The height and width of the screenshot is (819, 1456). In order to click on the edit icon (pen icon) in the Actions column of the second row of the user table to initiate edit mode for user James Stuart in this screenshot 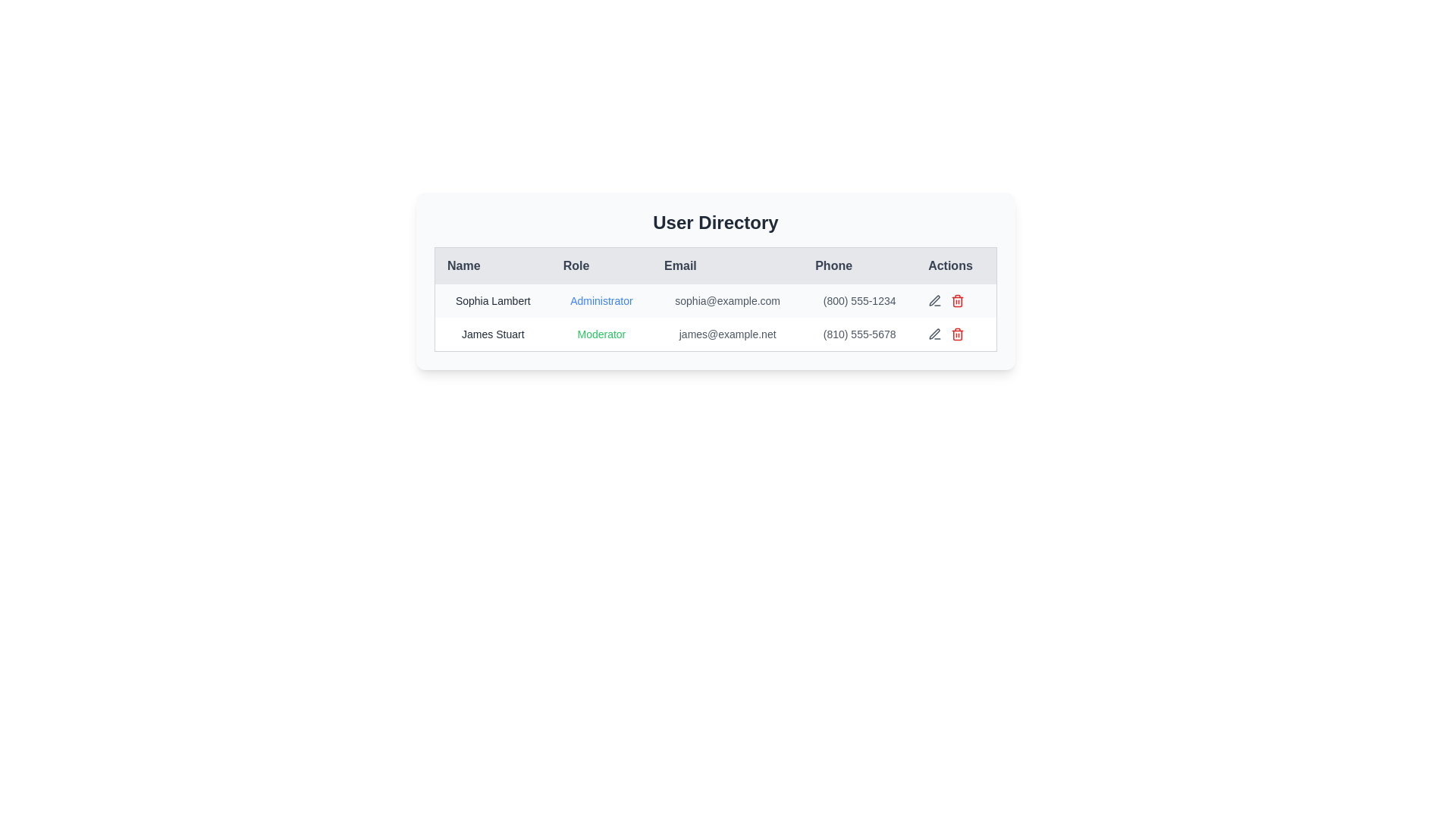, I will do `click(934, 300)`.